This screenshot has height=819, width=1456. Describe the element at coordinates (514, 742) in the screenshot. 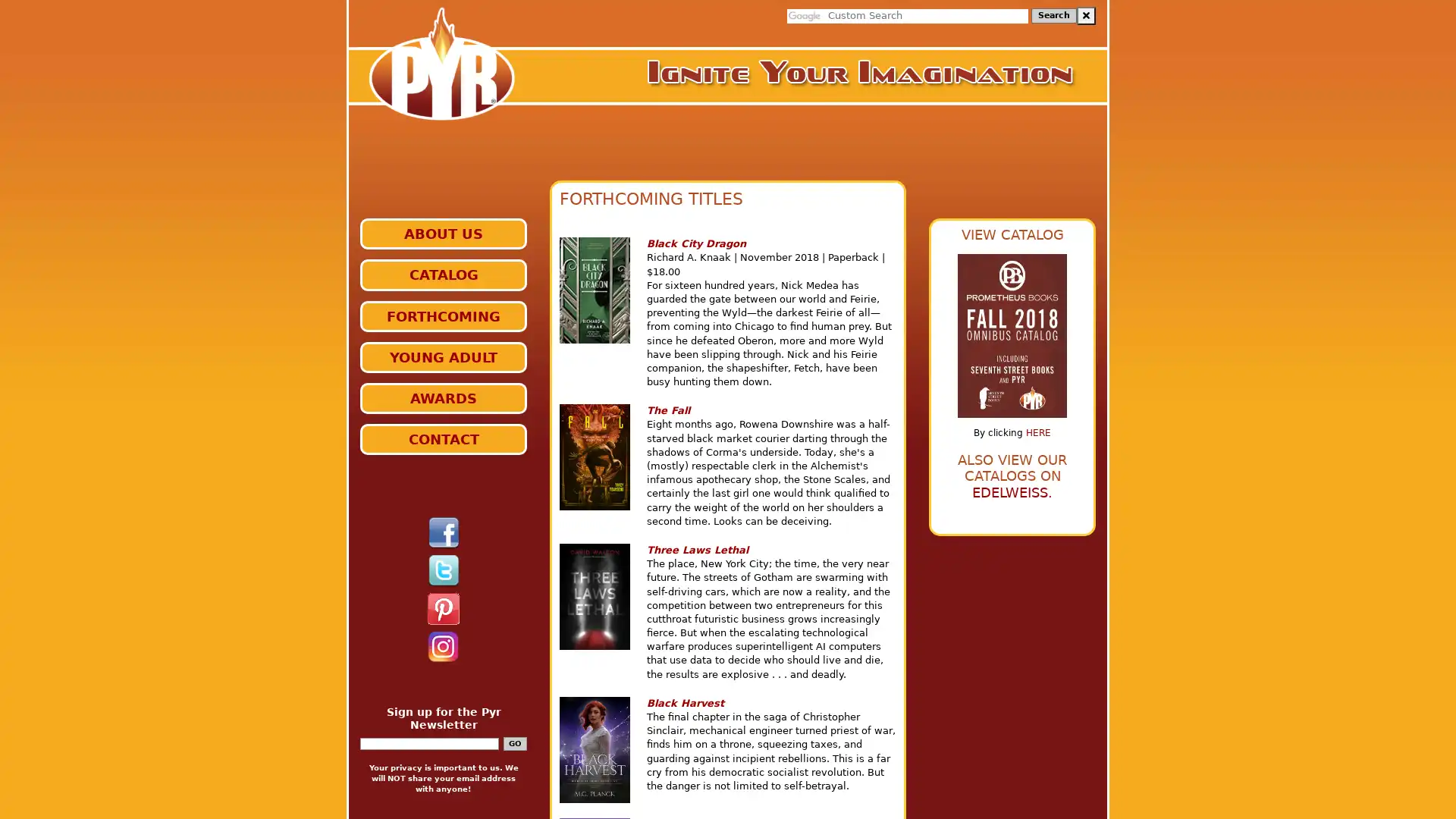

I see `GO` at that location.